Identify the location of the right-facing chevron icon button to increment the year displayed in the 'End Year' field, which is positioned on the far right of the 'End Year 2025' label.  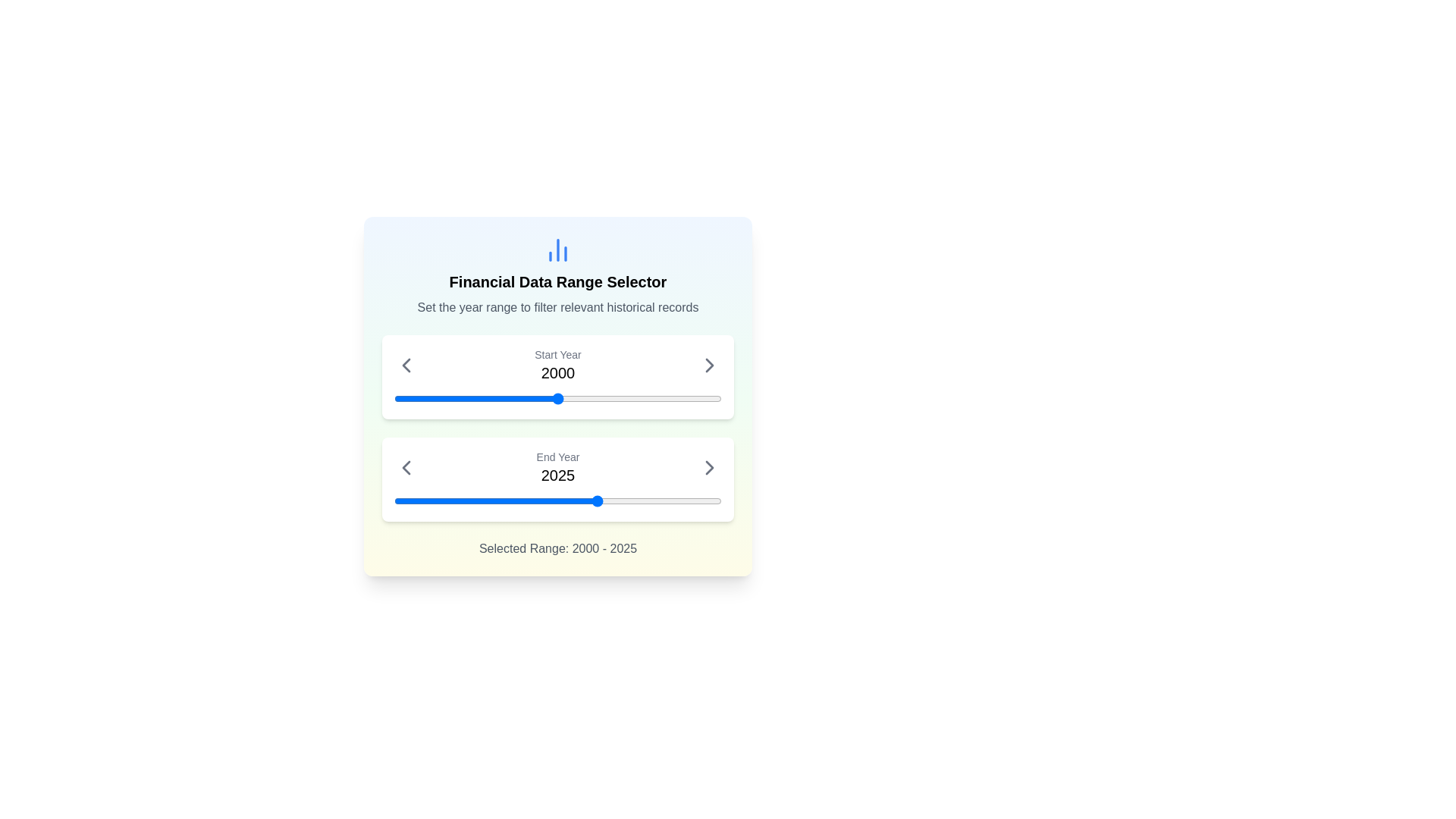
(709, 467).